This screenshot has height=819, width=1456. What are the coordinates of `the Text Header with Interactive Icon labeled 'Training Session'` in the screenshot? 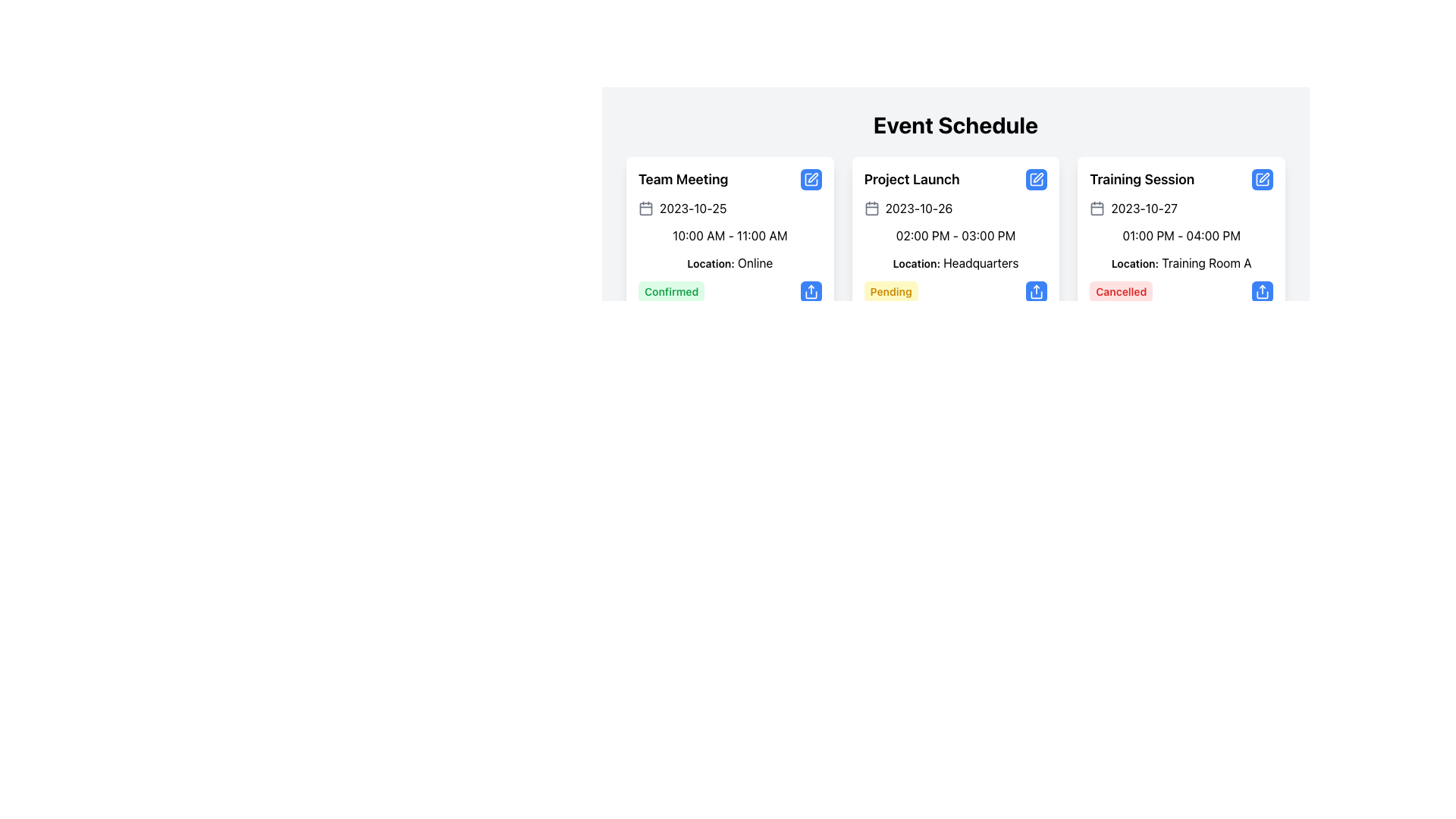 It's located at (1181, 178).